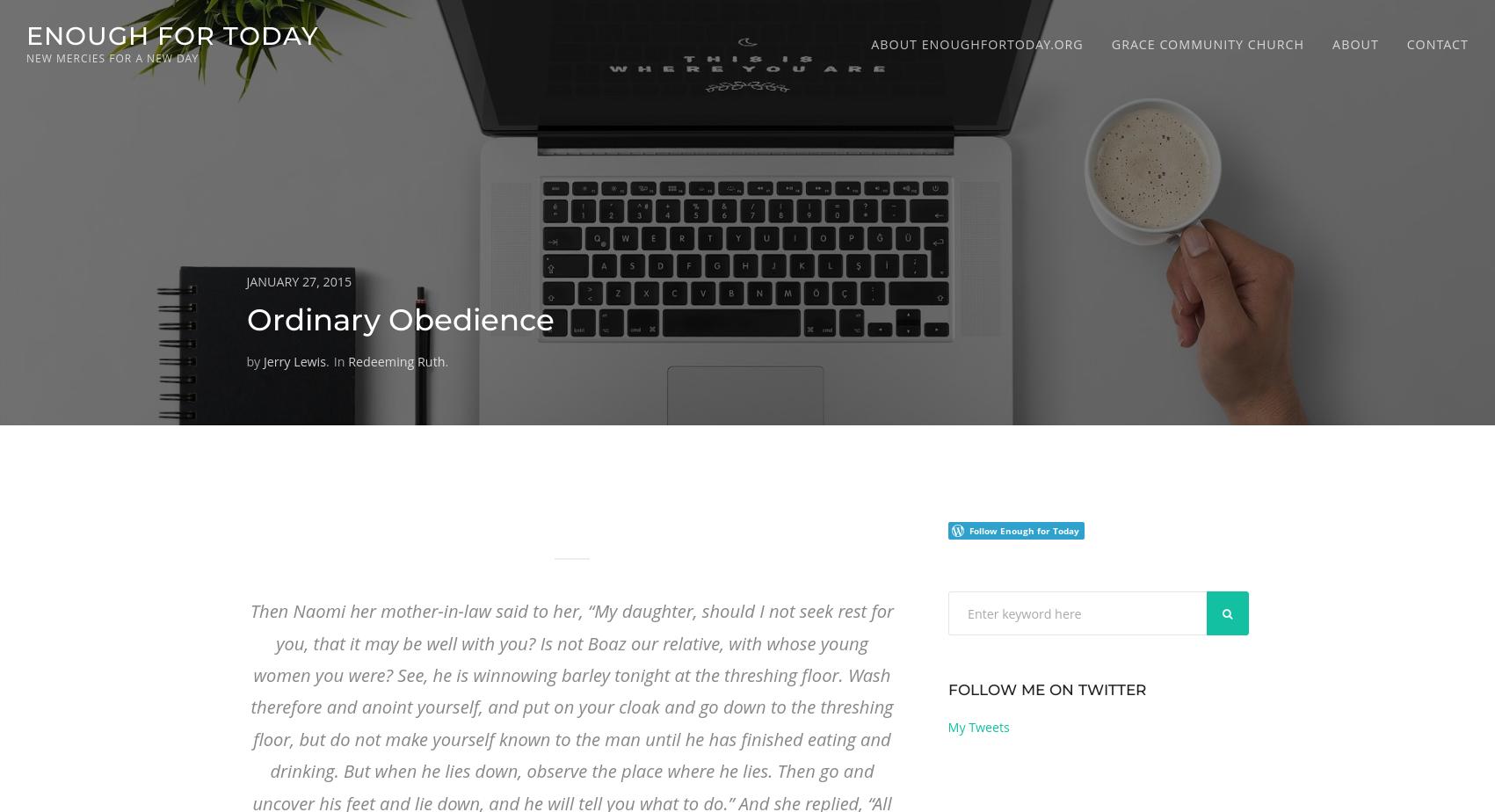 The width and height of the screenshot is (1495, 812). I want to click on 'new mercies for a new day', so click(111, 58).